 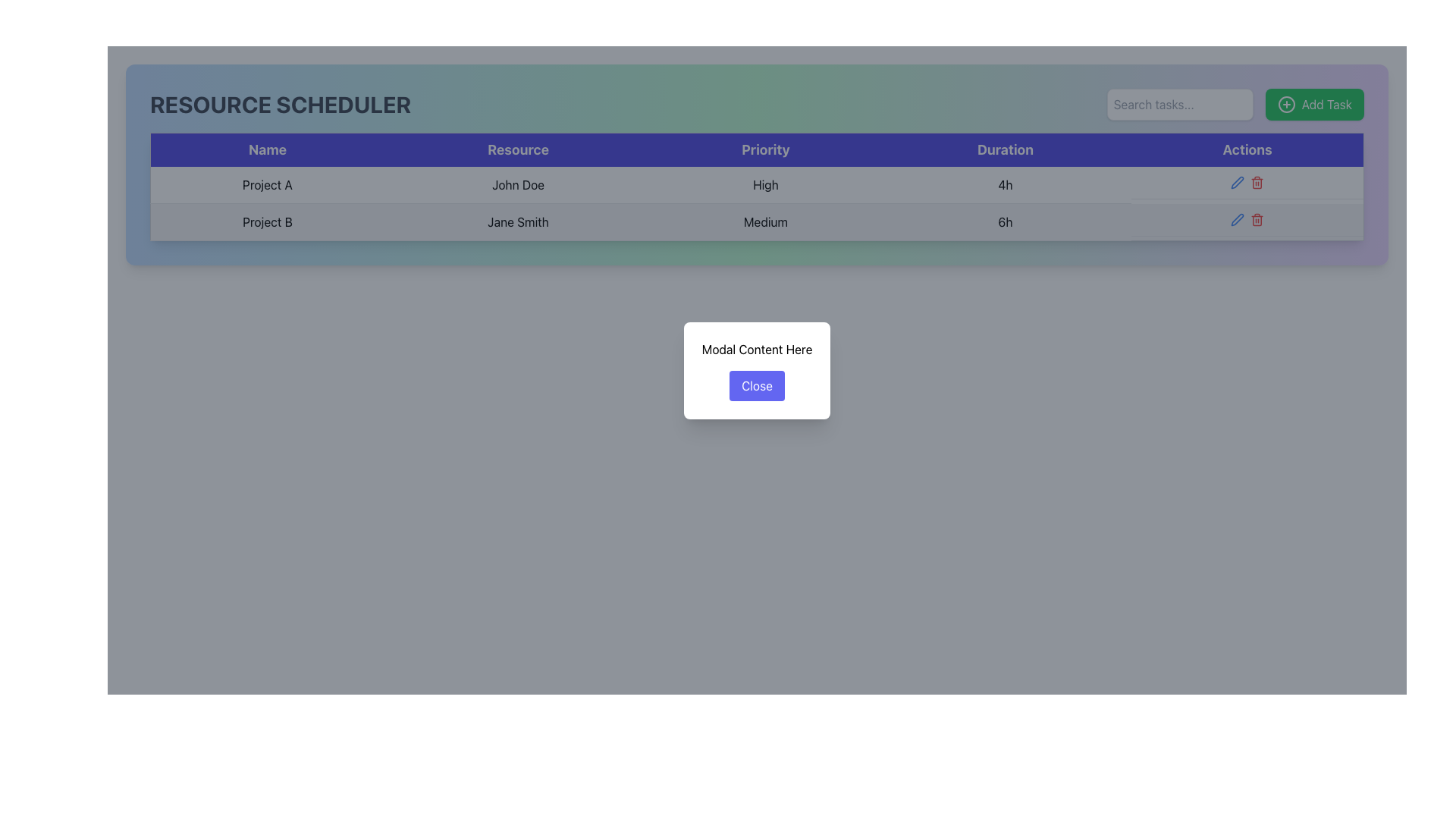 What do you see at coordinates (757, 184) in the screenshot?
I see `the priority level label in the third column of the first row of the table, located between 'John Doe' and '4h'` at bounding box center [757, 184].